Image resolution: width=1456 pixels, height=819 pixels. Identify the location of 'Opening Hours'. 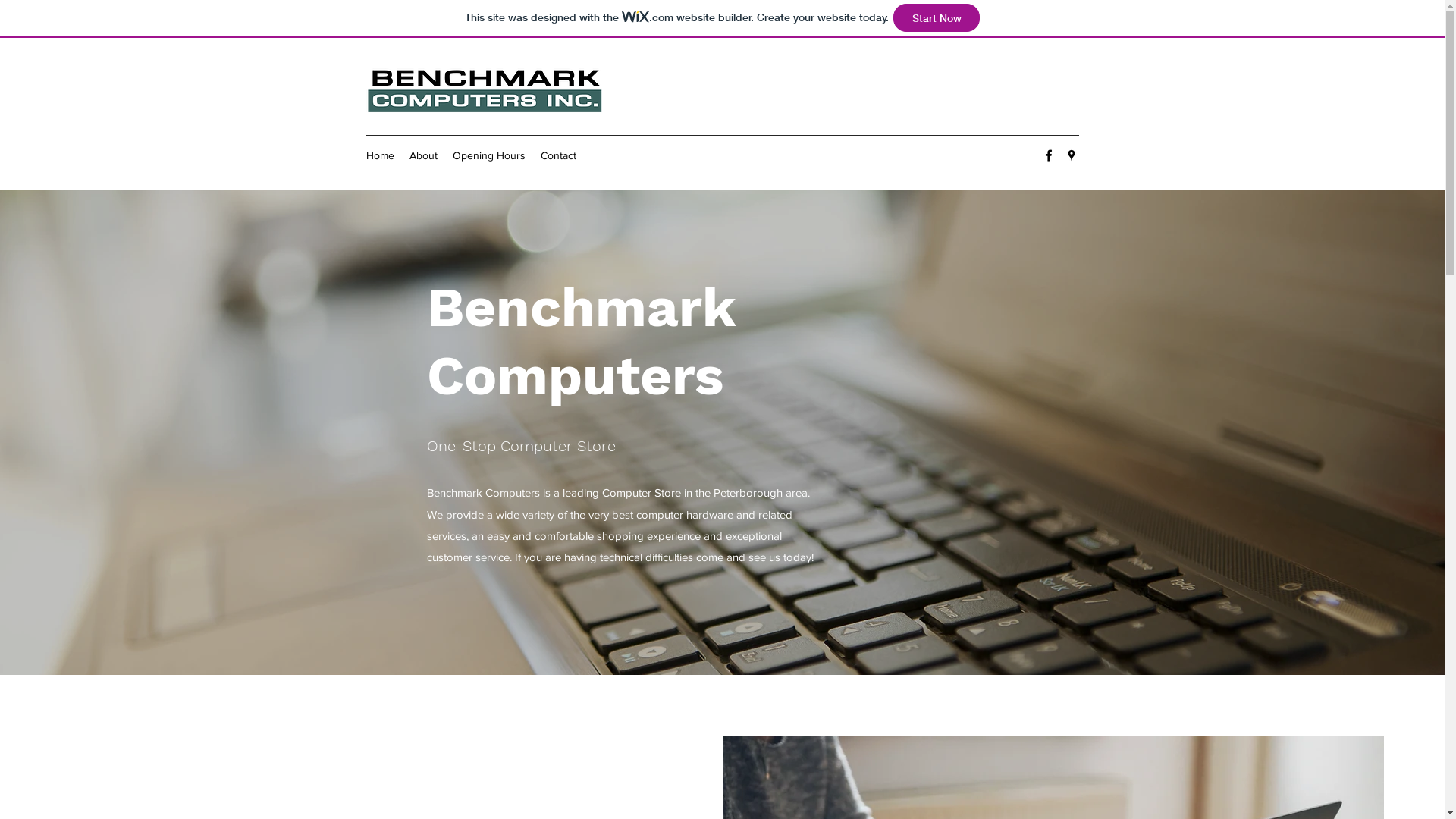
(443, 155).